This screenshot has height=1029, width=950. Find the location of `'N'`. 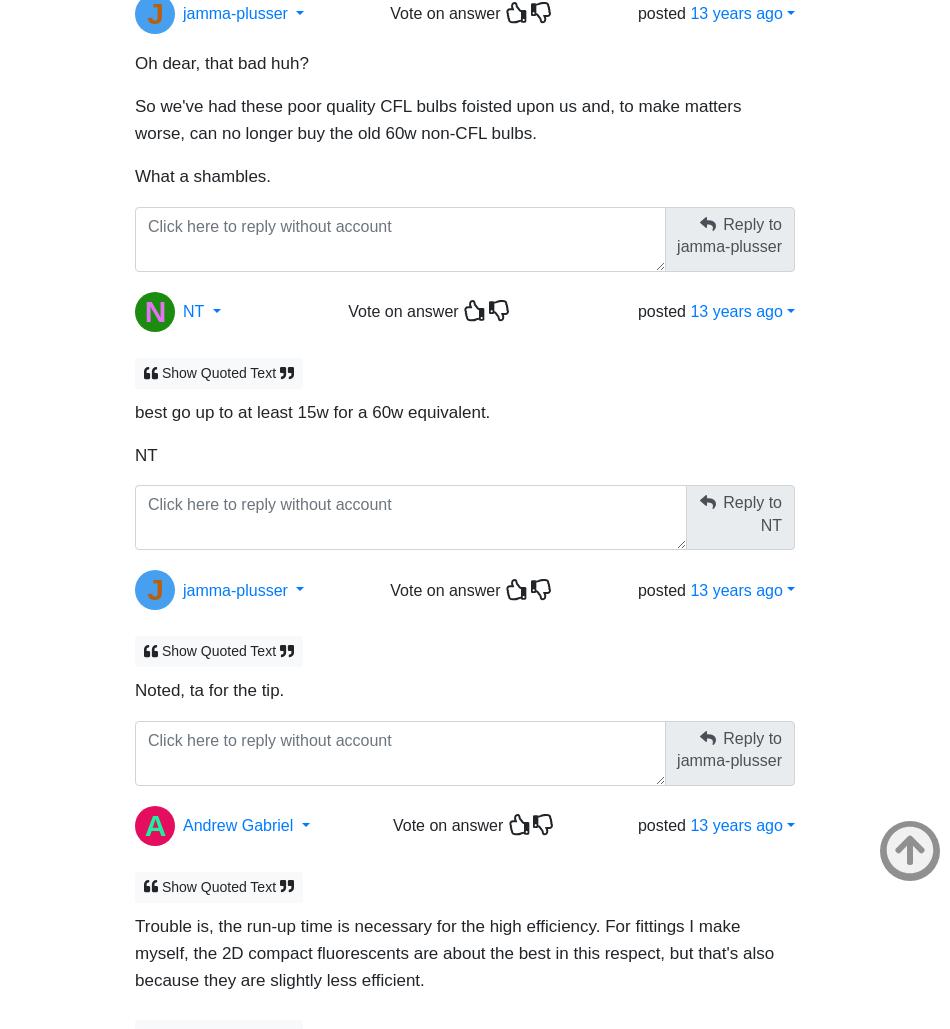

'N' is located at coordinates (144, 301).